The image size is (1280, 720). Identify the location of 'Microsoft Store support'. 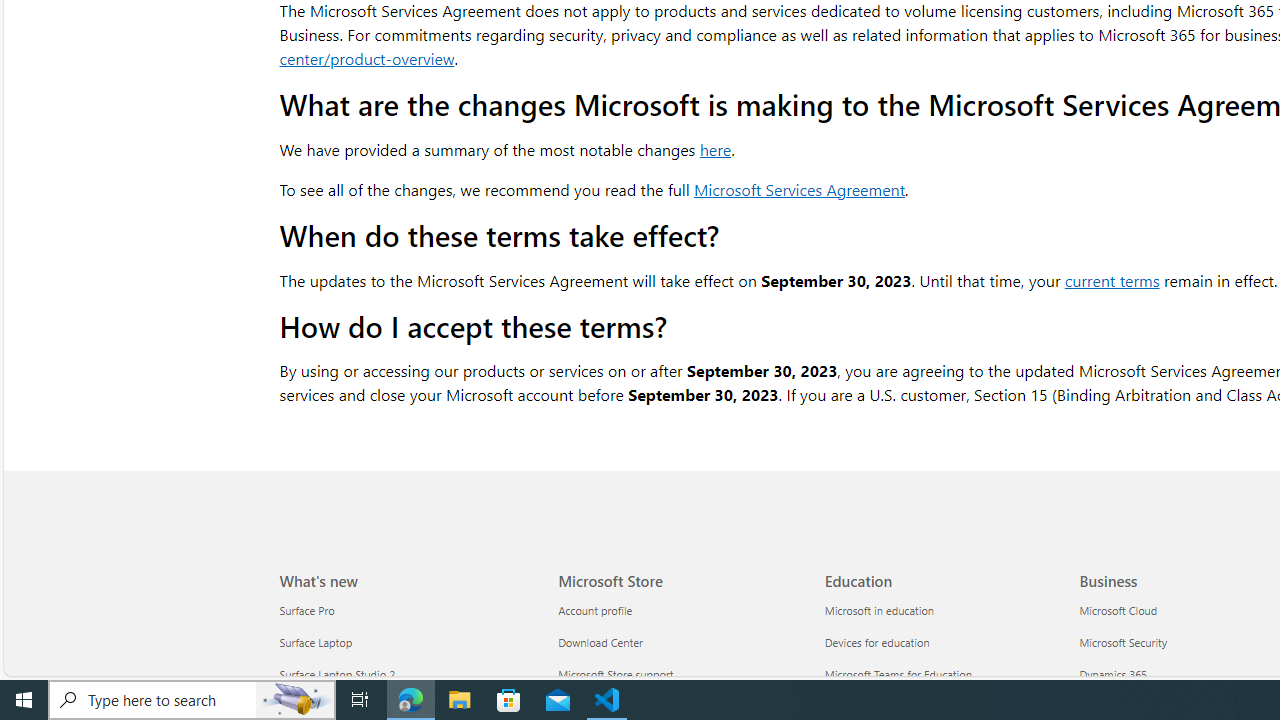
(679, 675).